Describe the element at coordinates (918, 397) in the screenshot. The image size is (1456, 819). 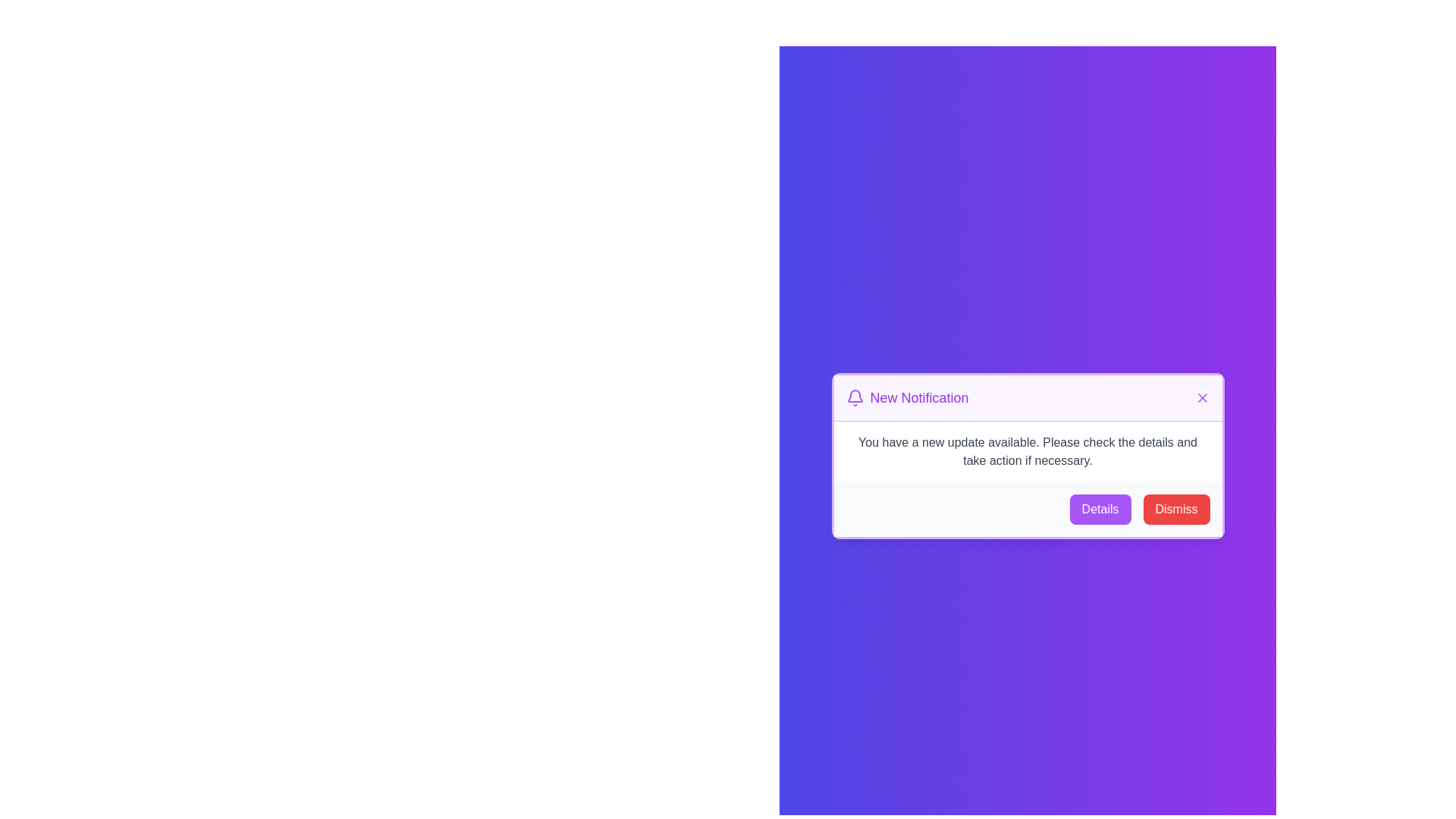
I see `the text label displaying 'New Notification', which is styled in large bold purple font and located next to a bell icon at the top center of the notification card` at that location.